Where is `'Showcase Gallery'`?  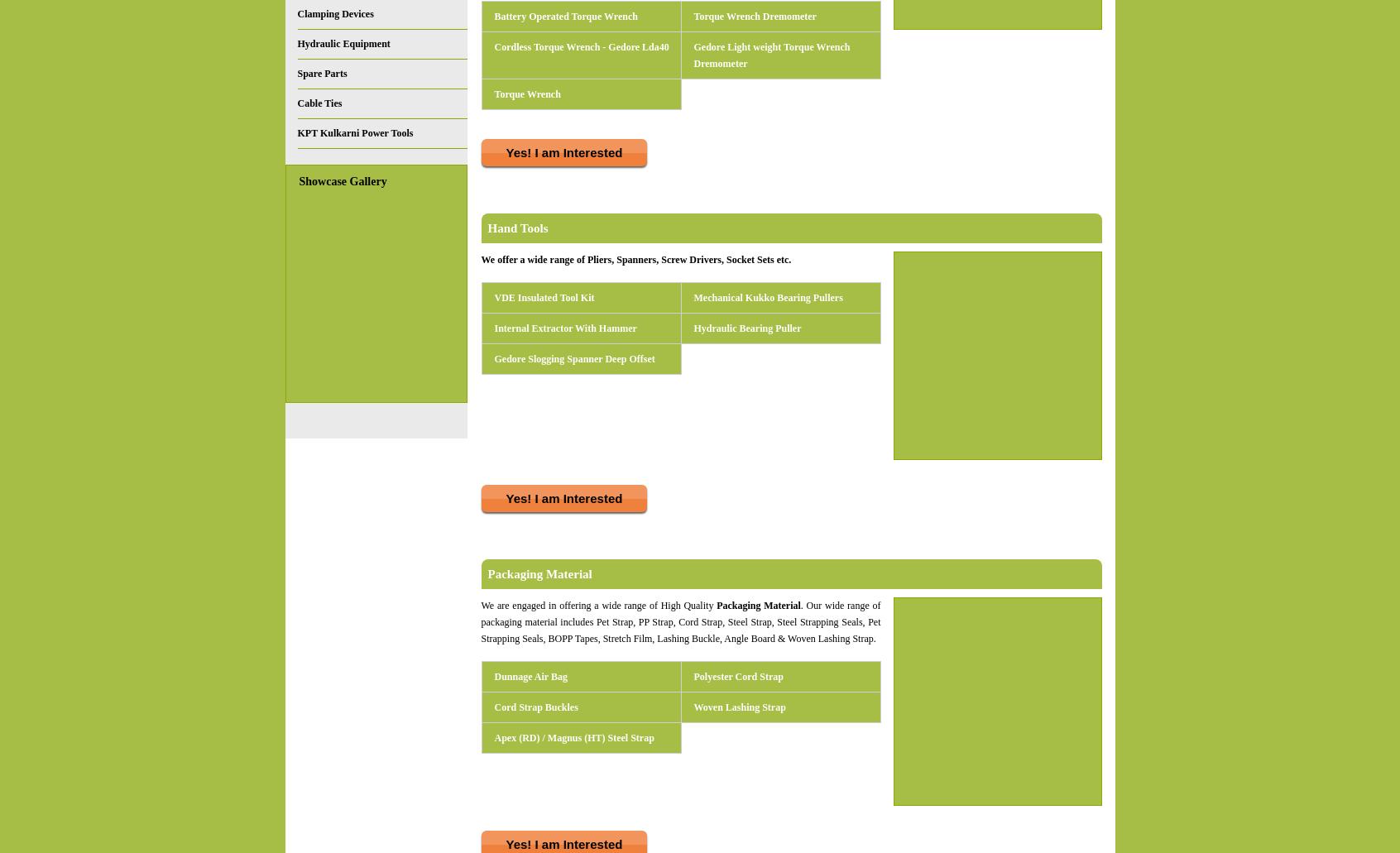
'Showcase Gallery' is located at coordinates (343, 181).